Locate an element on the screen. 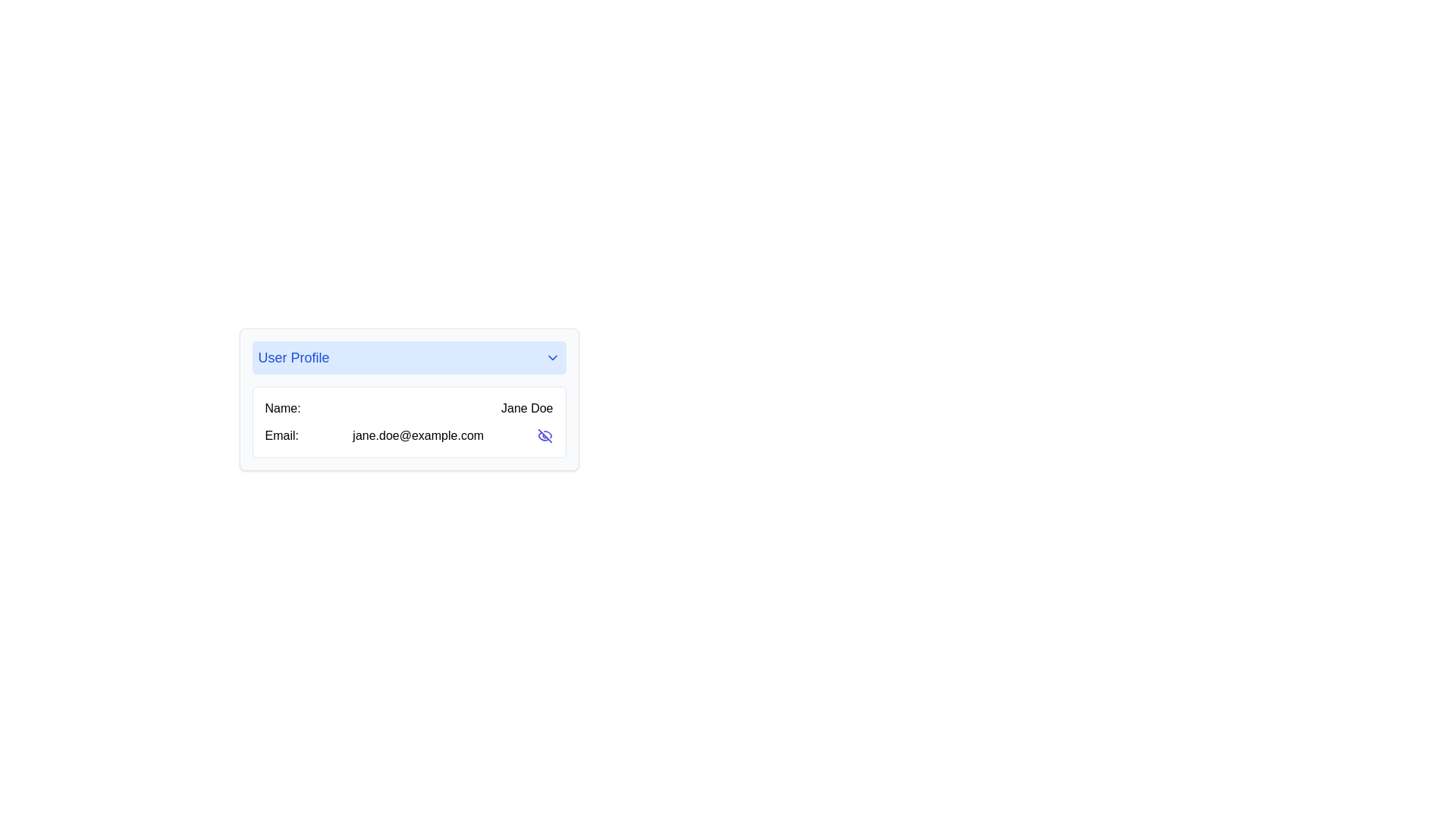 The width and height of the screenshot is (1456, 819). the user's email address text label, which is located next to the 'Email:' label in the user profile card, beneath the 'Name' row is located at coordinates (418, 435).